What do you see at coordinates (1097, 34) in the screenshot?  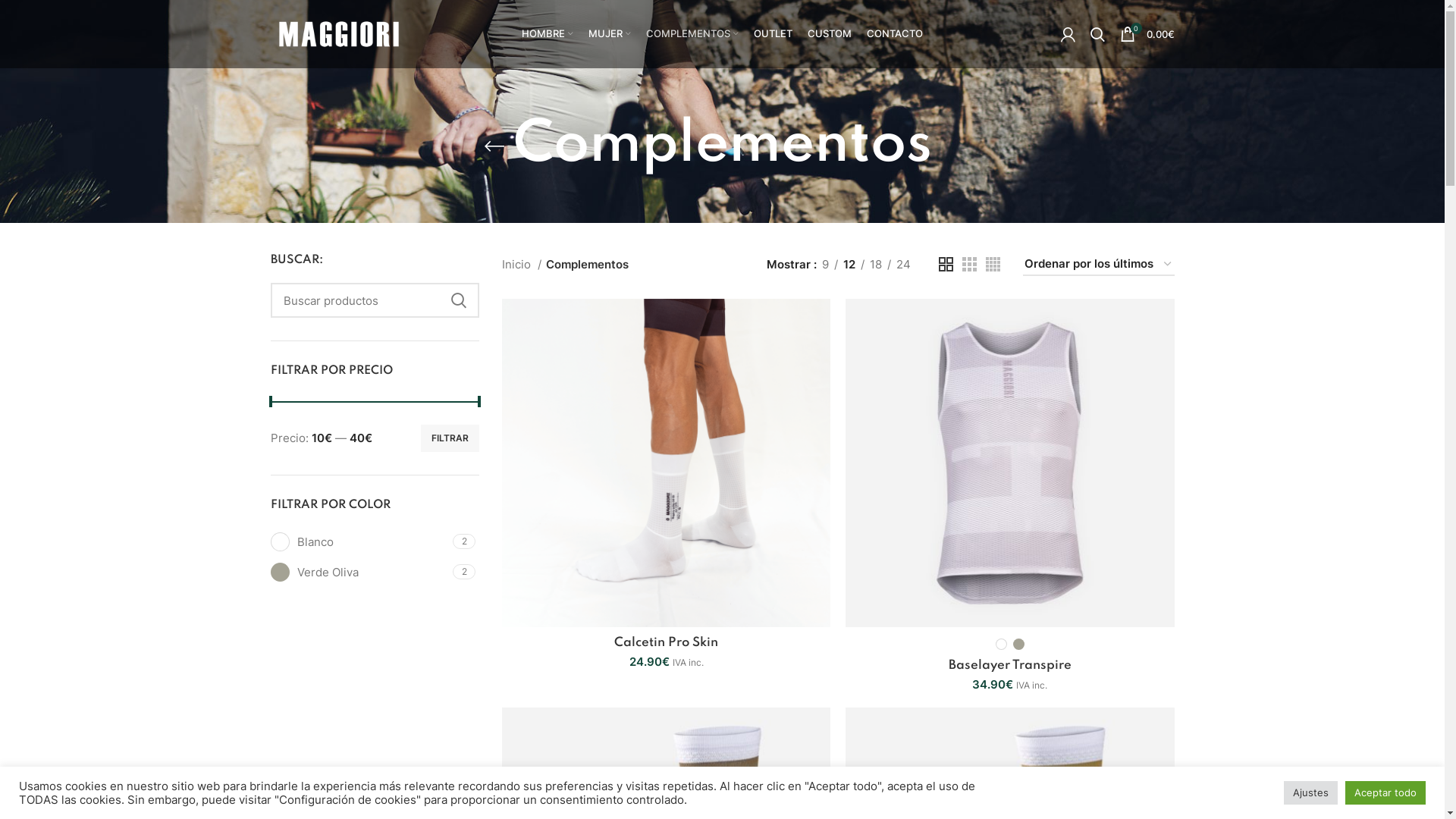 I see `'Search'` at bounding box center [1097, 34].